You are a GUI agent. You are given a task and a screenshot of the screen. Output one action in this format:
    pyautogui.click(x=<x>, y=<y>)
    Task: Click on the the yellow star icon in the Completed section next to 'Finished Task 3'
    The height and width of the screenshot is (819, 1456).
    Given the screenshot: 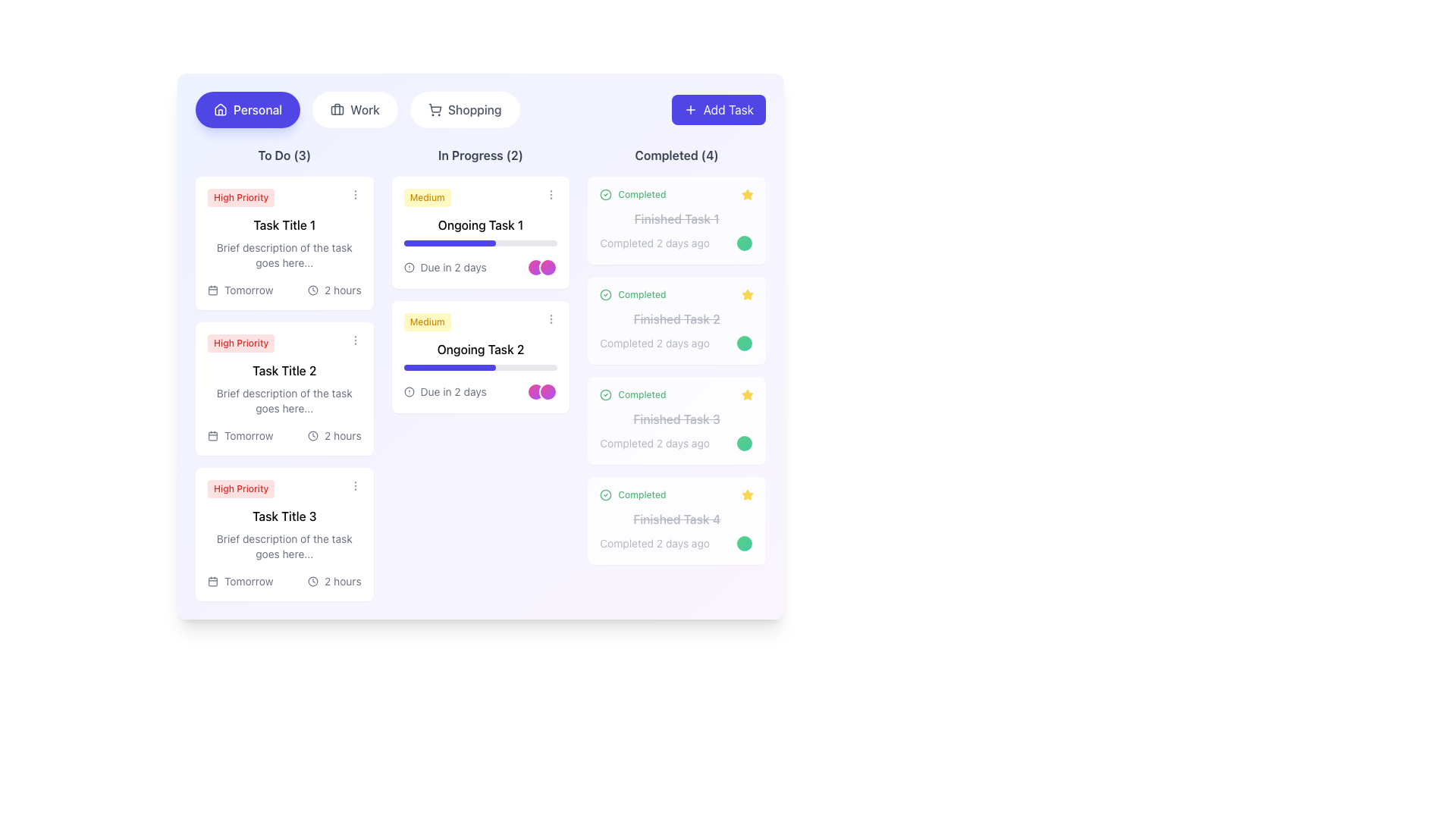 What is the action you would take?
    pyautogui.click(x=747, y=394)
    